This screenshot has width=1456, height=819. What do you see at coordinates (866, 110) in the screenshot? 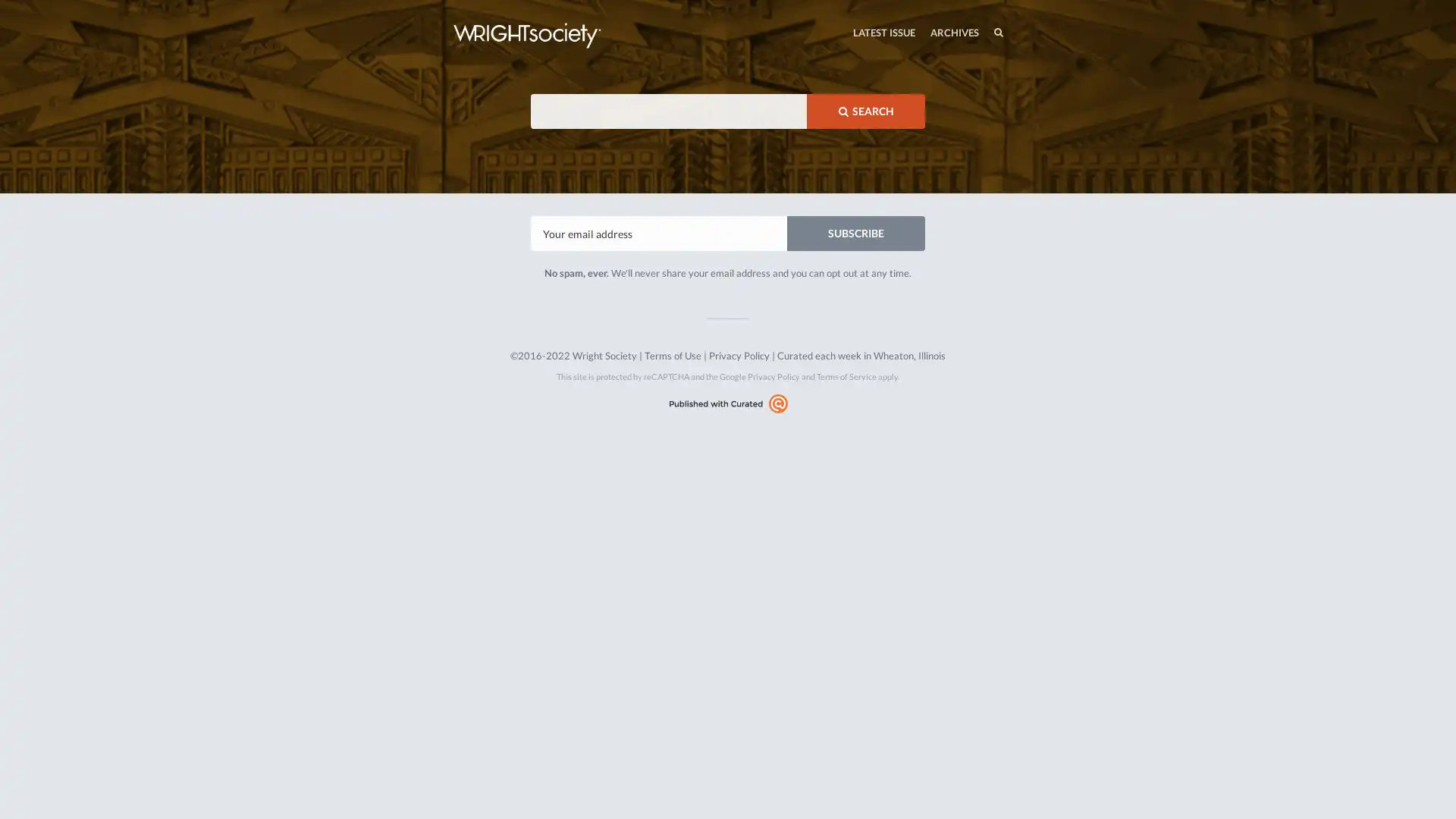
I see `SEARCH` at bounding box center [866, 110].